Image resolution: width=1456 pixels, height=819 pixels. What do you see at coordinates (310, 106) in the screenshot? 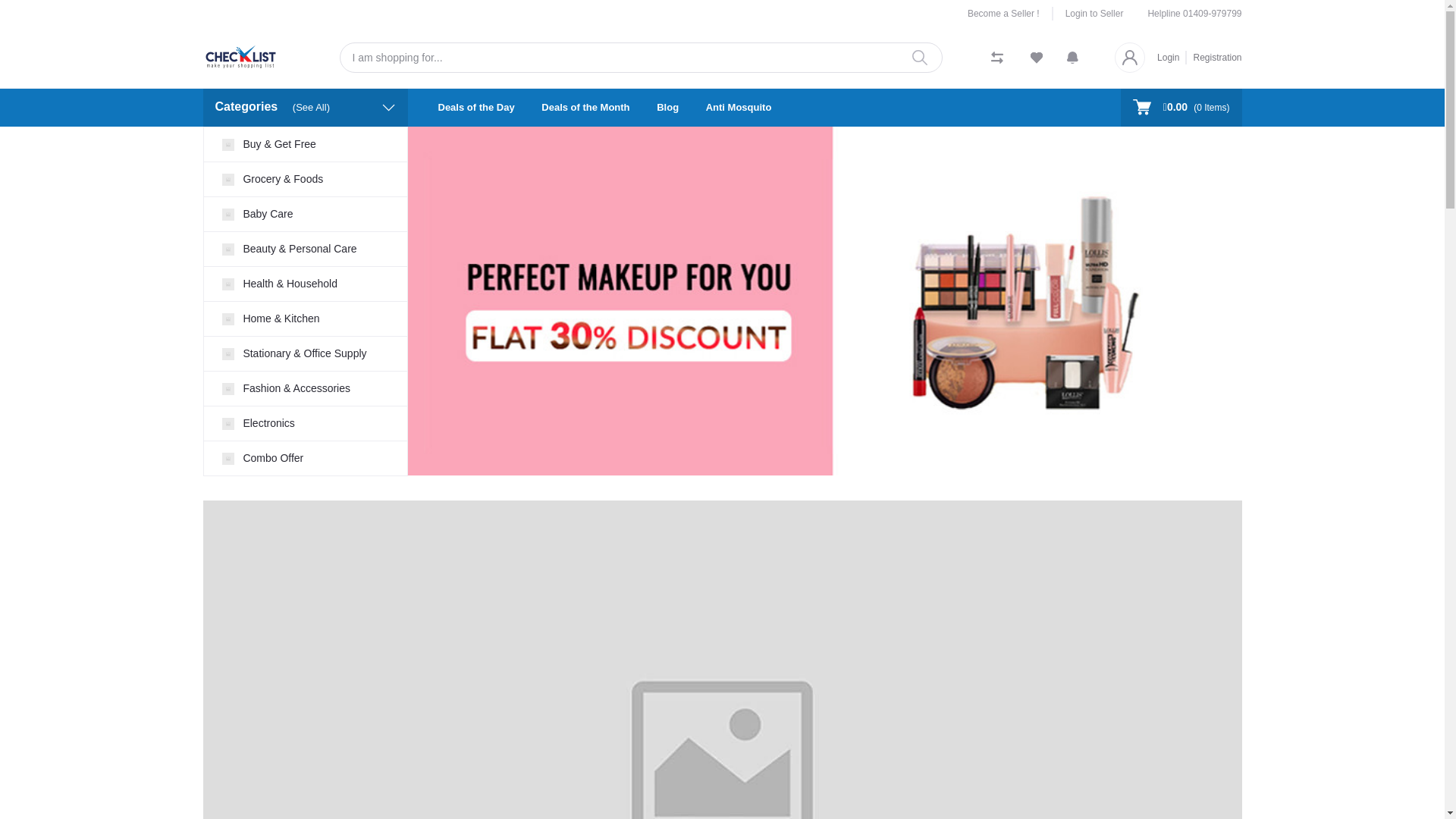
I see `'(See All)'` at bounding box center [310, 106].